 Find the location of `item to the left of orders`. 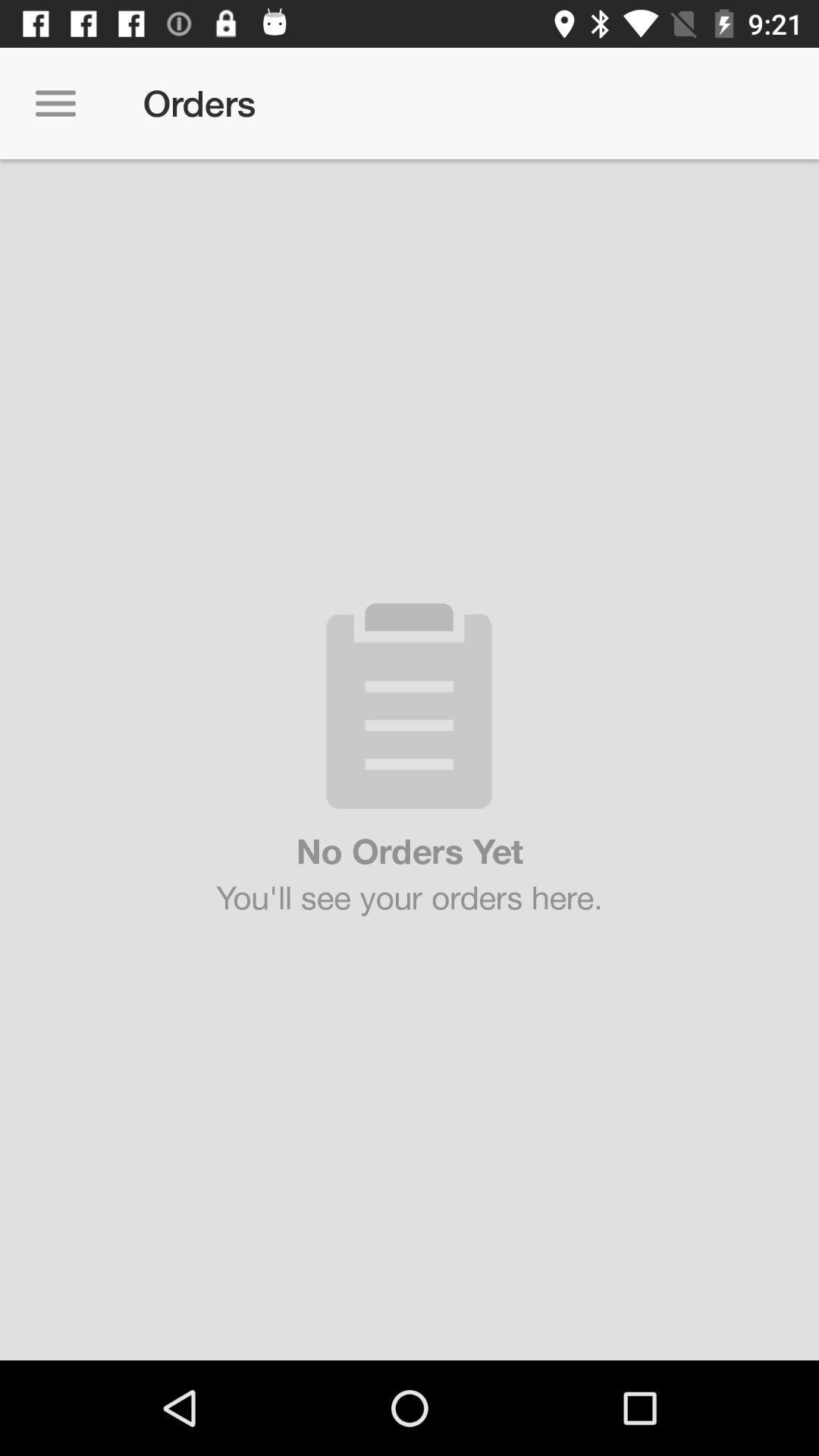

item to the left of orders is located at coordinates (55, 102).